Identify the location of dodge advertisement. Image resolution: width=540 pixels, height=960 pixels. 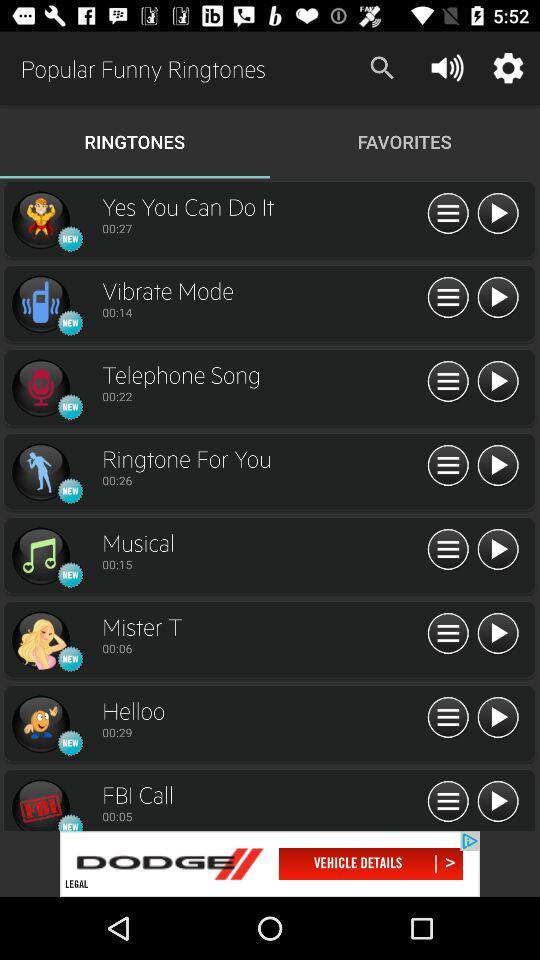
(270, 863).